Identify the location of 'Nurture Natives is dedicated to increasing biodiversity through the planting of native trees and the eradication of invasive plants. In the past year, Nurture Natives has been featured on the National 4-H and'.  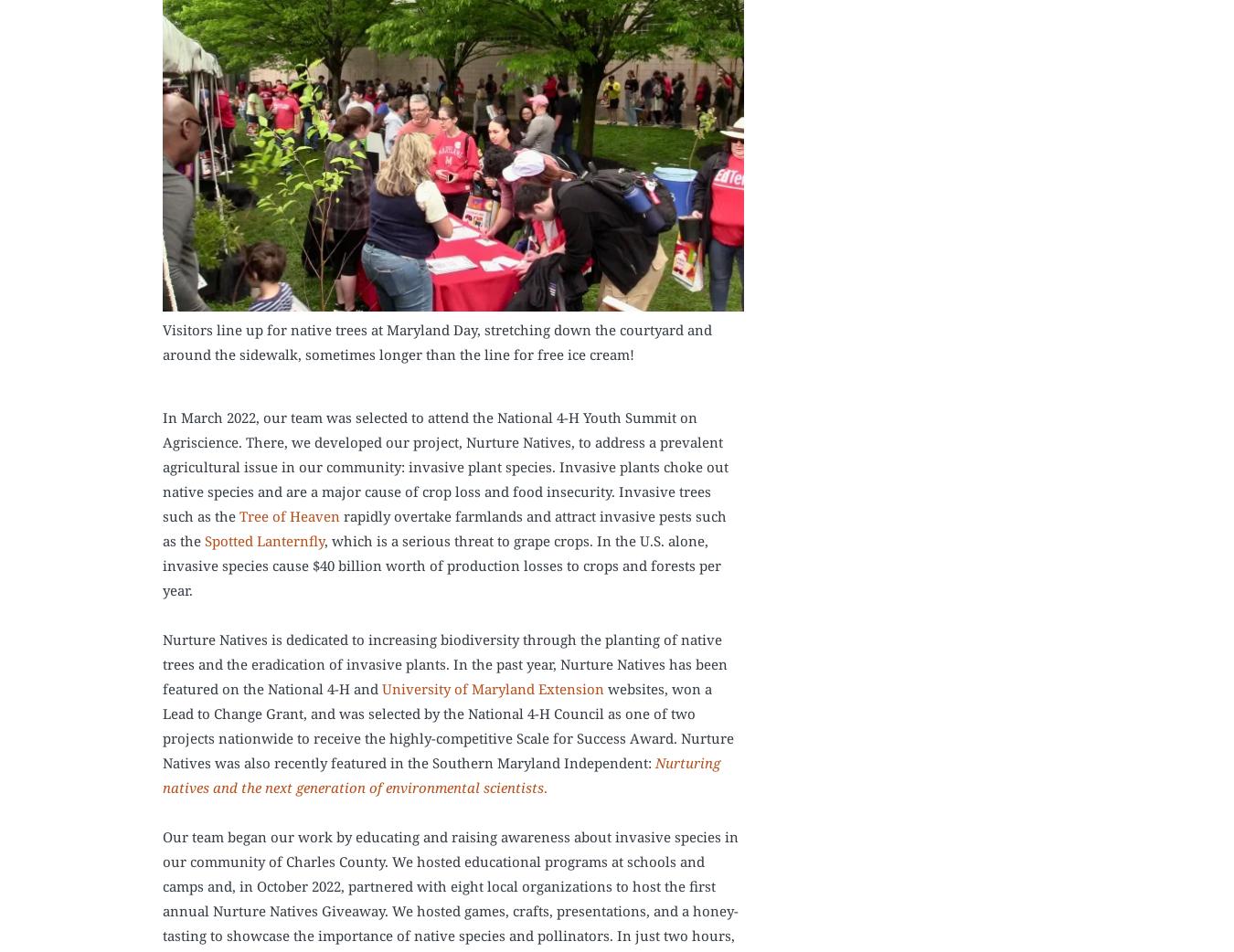
(443, 663).